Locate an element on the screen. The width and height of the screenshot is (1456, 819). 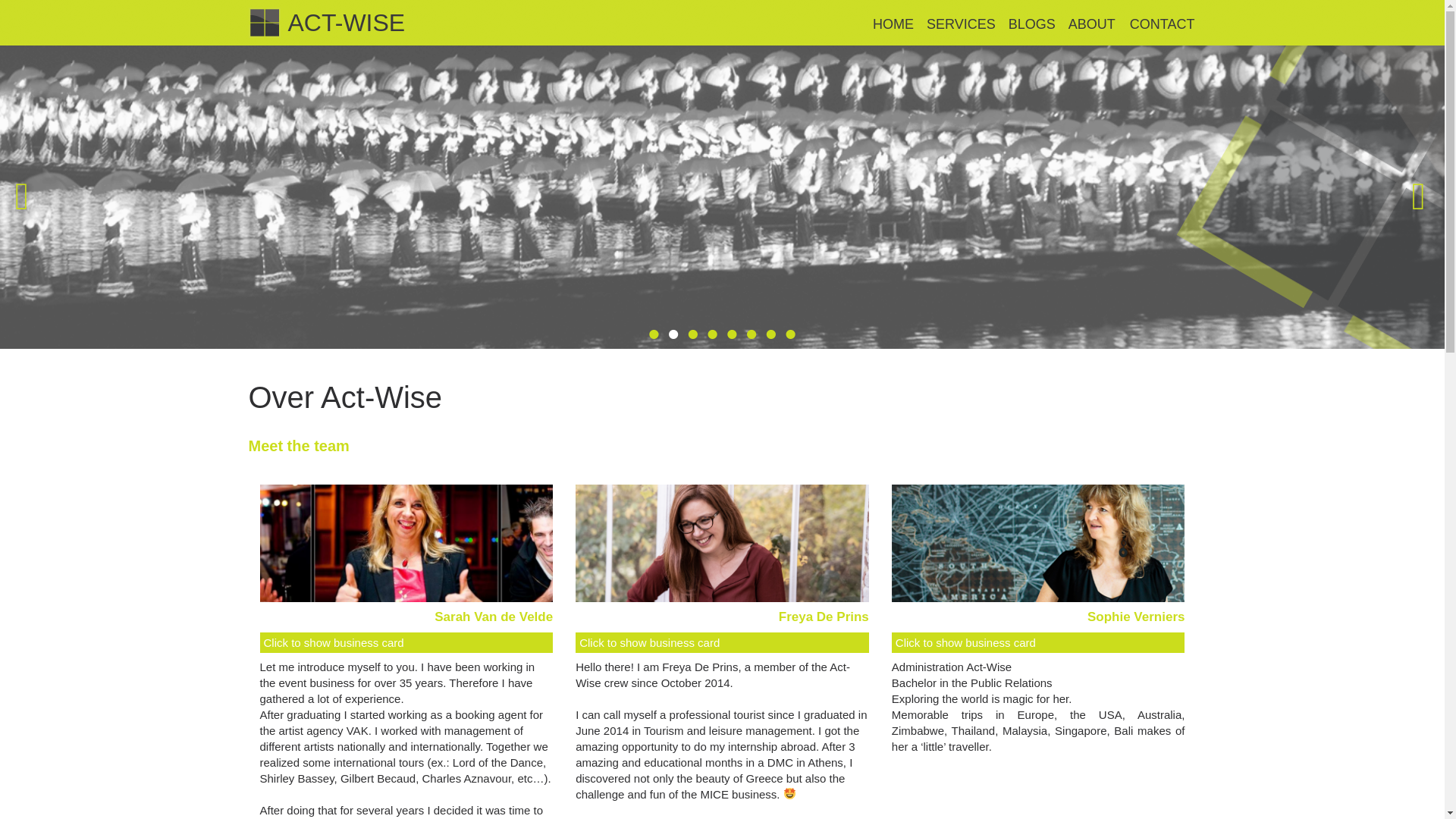
'SERVICES' is located at coordinates (960, 25).